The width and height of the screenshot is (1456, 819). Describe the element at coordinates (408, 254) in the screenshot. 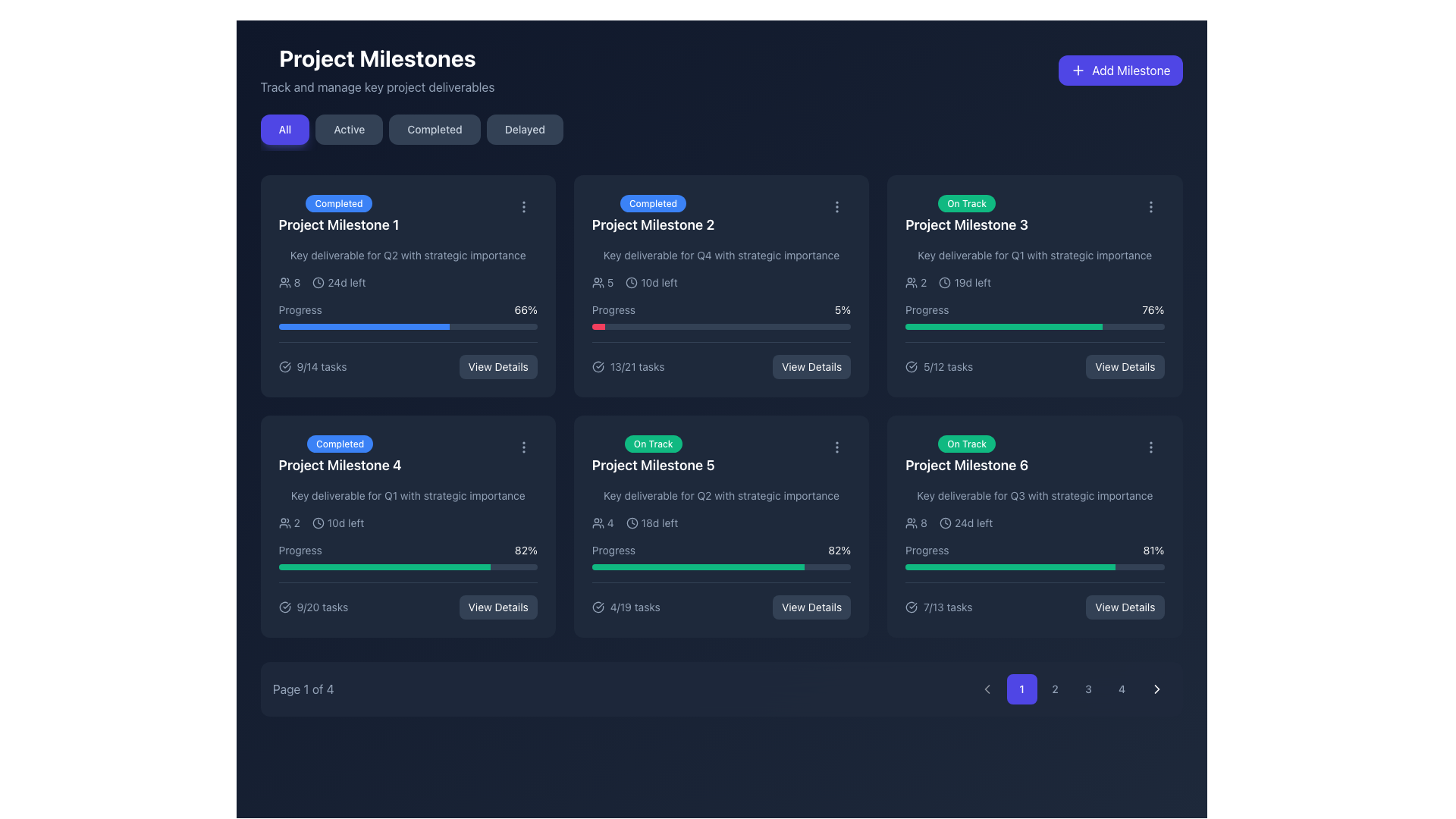

I see `the text label displaying 'Key deliverable for Q2 with strategic importance' located in the first project milestone card, beneath 'Project Milestone 1' and above the progress bar` at that location.